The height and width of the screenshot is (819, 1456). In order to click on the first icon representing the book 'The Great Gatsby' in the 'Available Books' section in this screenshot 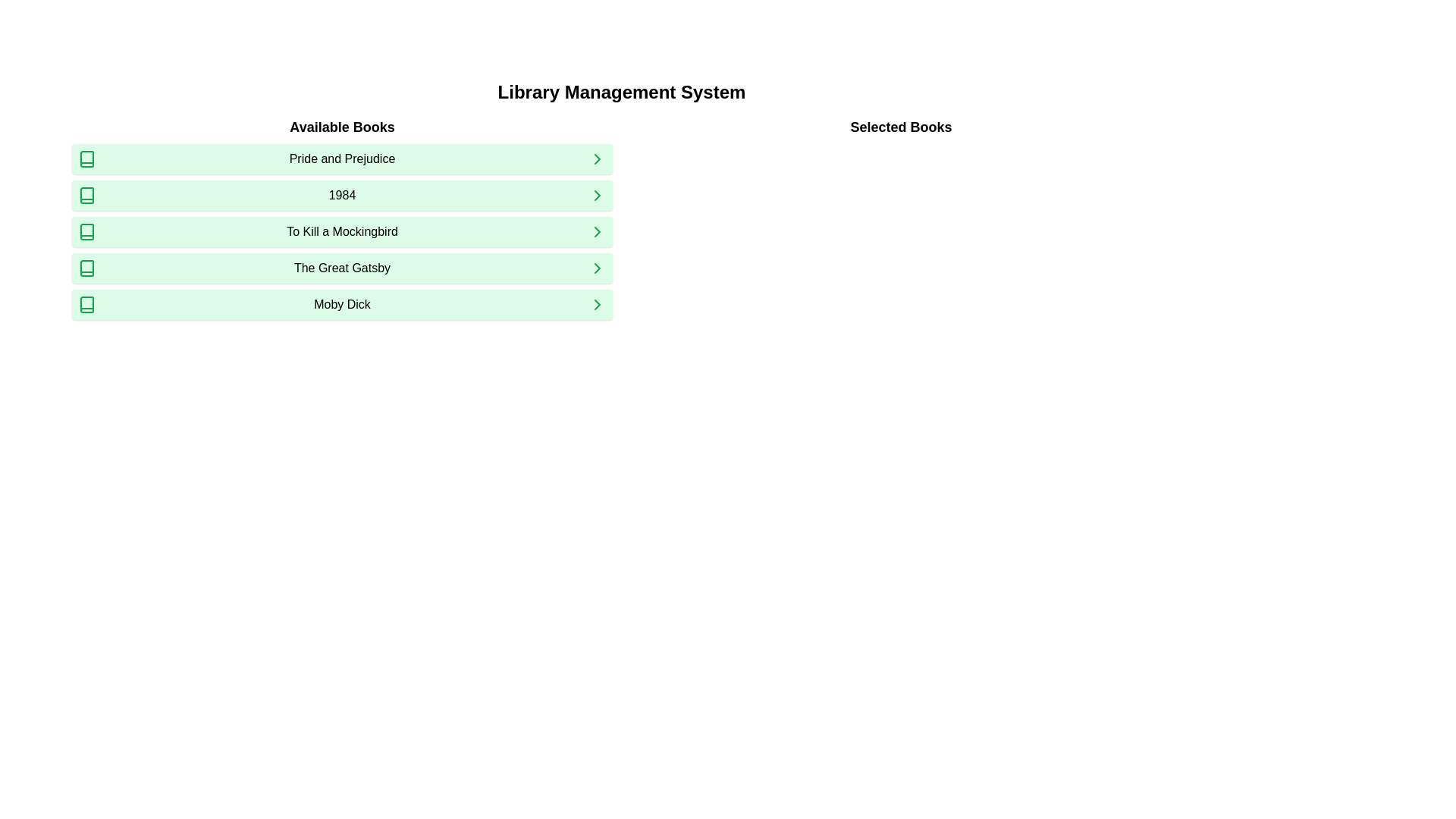, I will do `click(86, 268)`.